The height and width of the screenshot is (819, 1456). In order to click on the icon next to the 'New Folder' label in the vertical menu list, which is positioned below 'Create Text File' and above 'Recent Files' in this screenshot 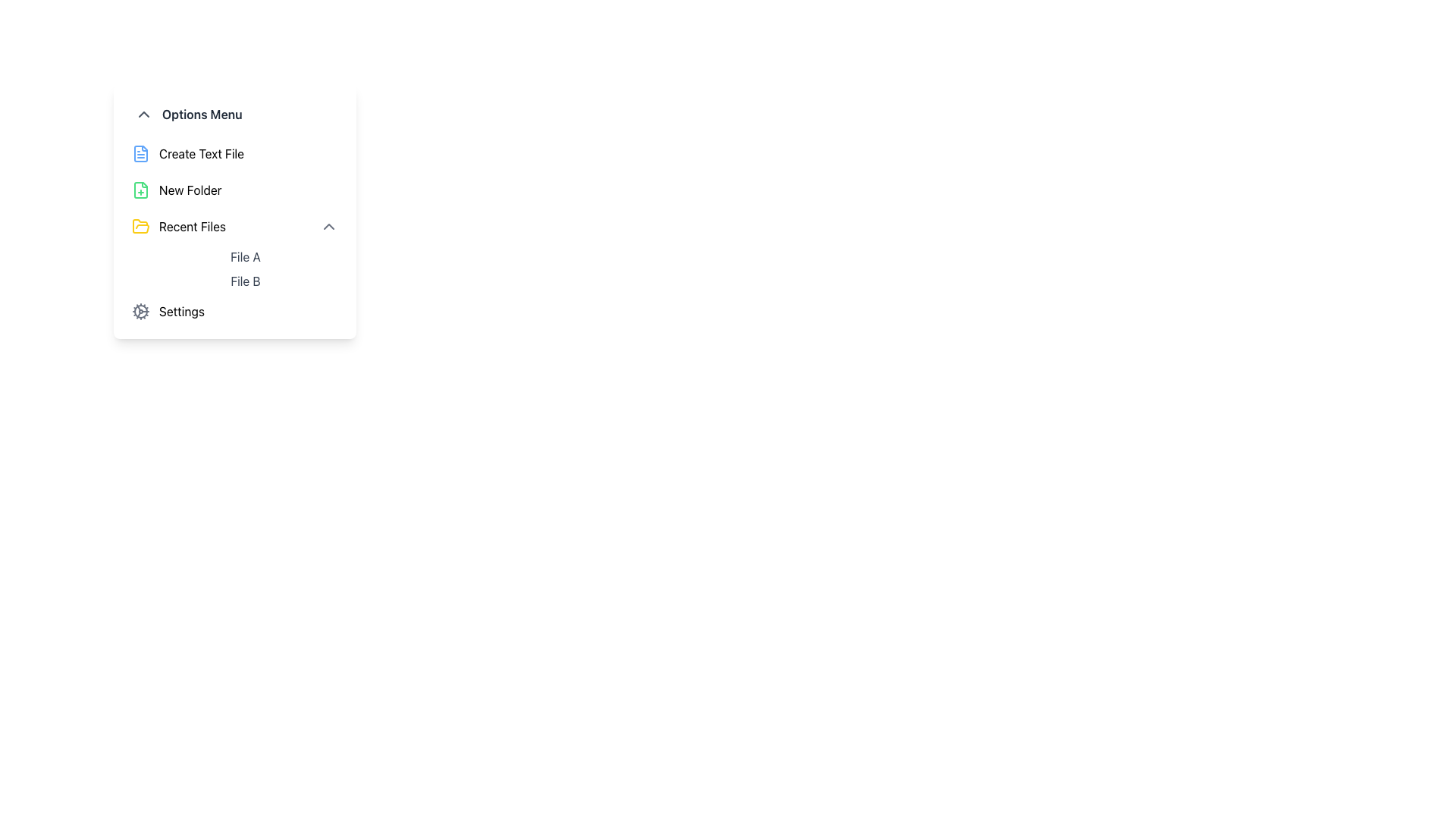, I will do `click(141, 189)`.